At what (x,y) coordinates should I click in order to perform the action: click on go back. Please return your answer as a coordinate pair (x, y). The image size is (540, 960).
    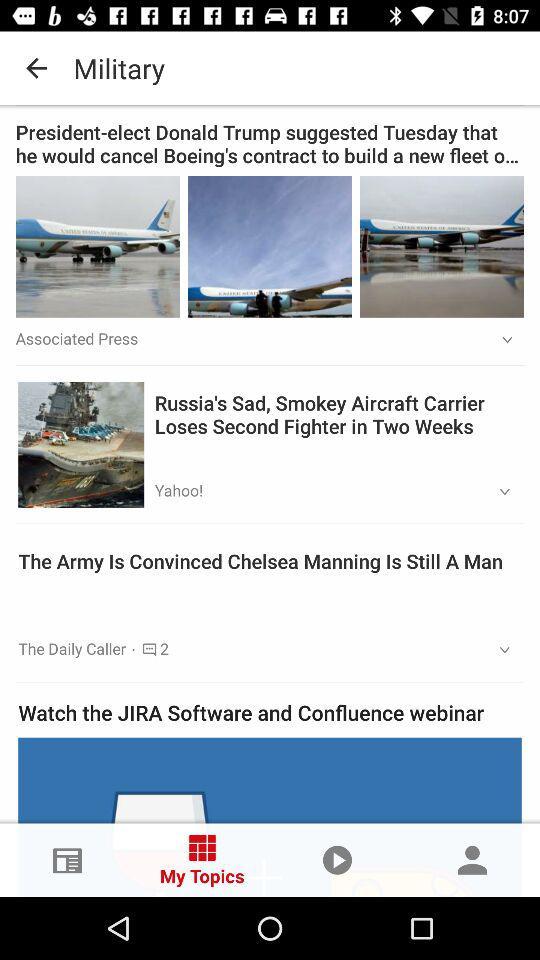
    Looking at the image, I should click on (270, 68).